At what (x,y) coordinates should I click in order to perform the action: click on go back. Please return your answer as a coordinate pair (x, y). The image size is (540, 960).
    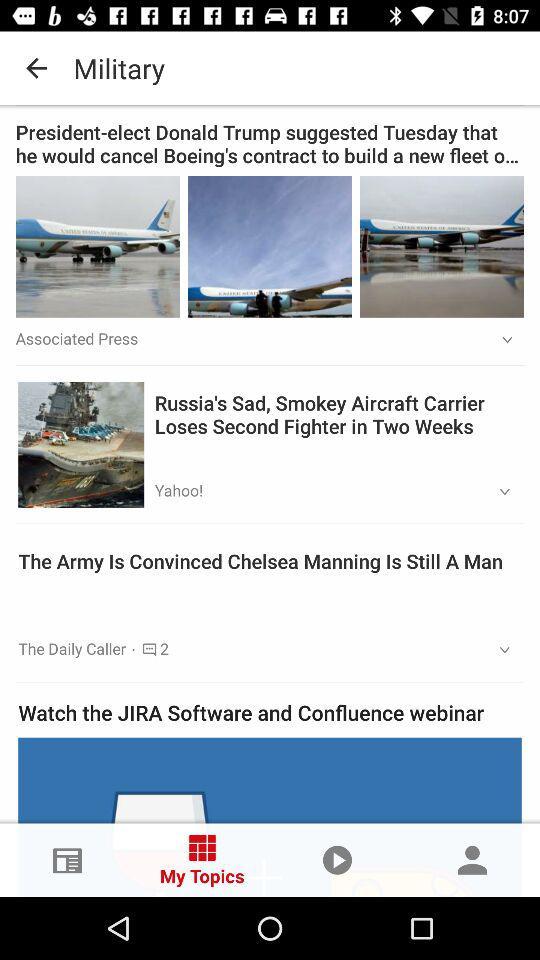
    Looking at the image, I should click on (270, 68).